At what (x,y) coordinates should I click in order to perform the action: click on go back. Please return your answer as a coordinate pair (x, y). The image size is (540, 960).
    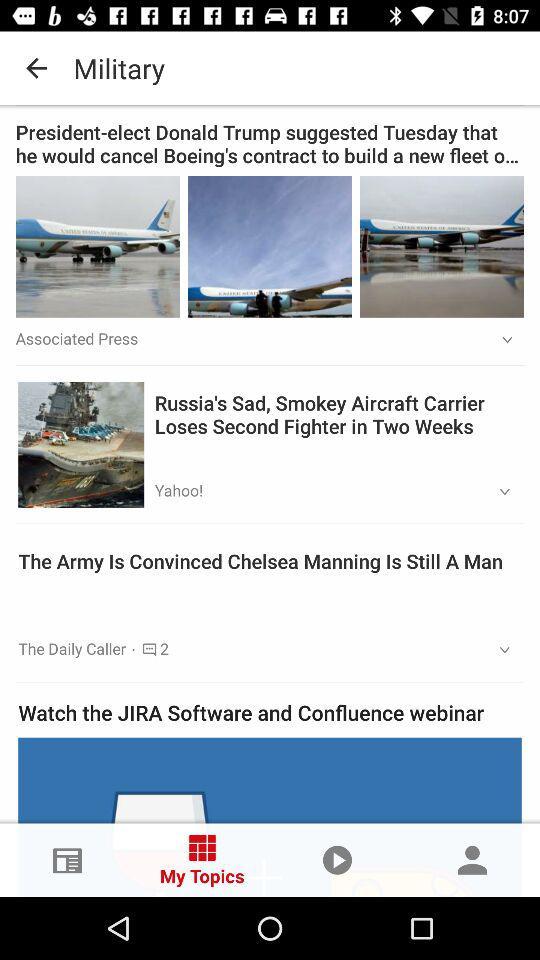
    Looking at the image, I should click on (270, 68).